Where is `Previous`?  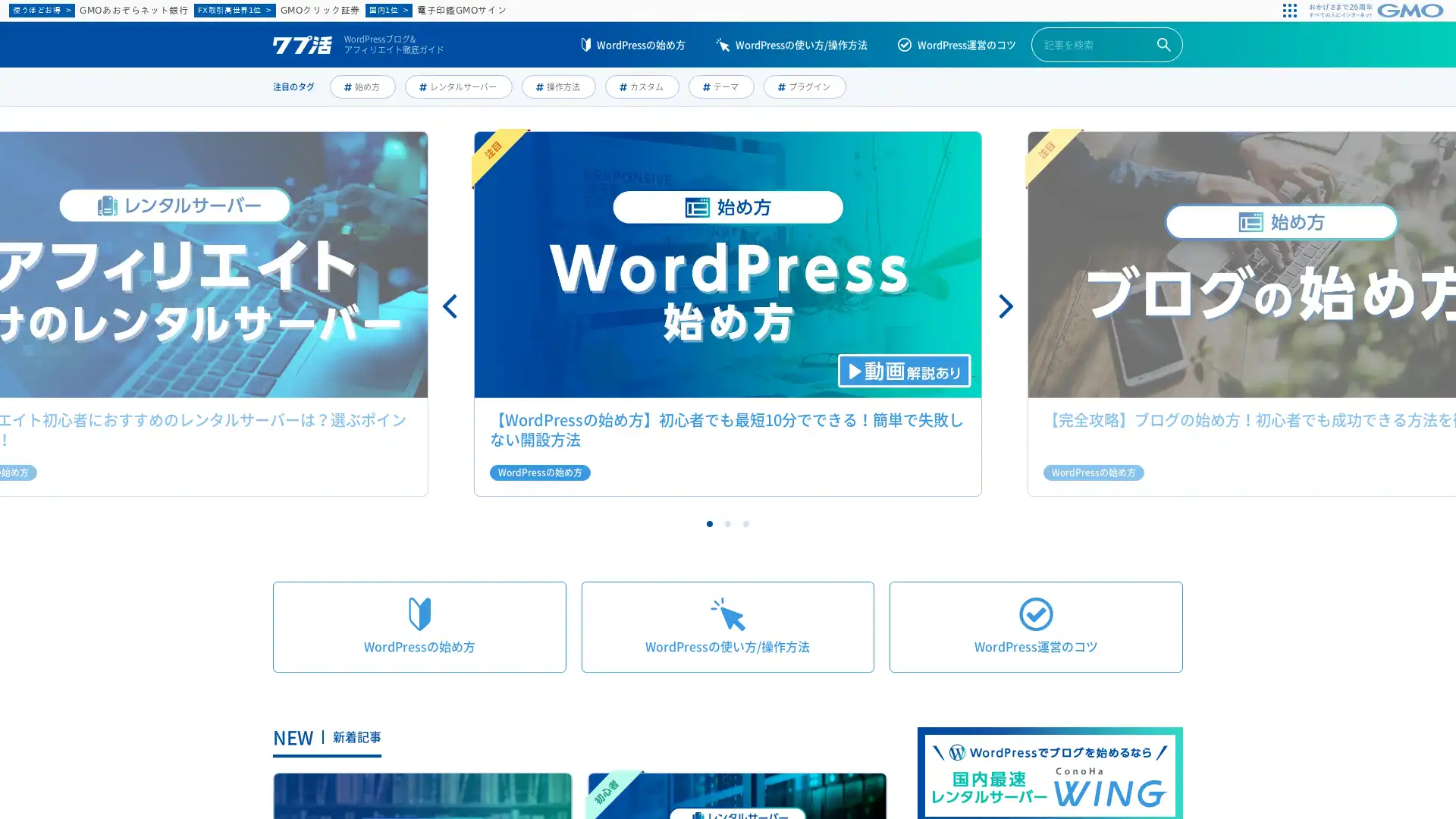
Previous is located at coordinates (450, 306).